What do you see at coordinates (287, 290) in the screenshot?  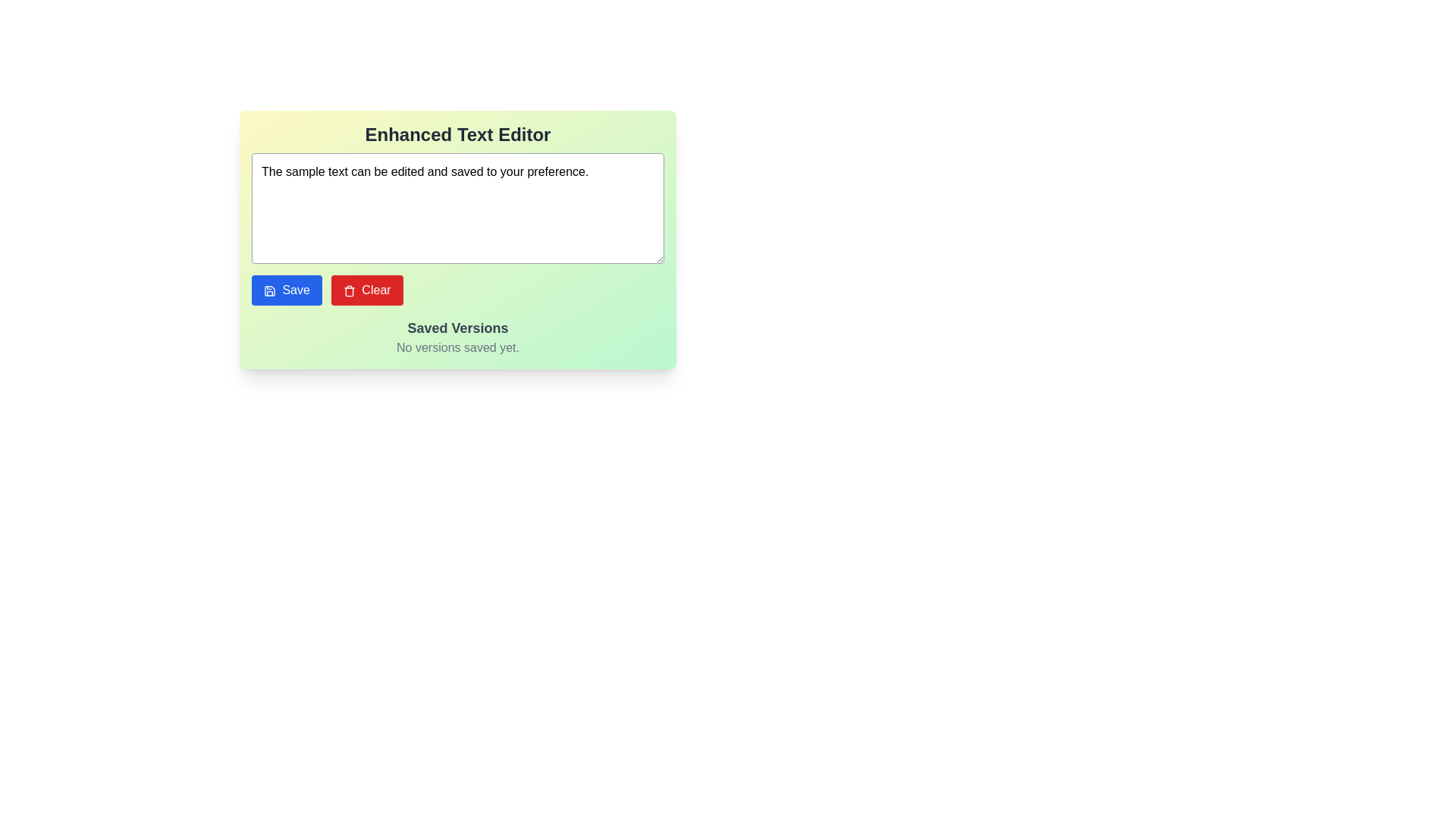 I see `the 'Save' button located below the text area in the centered card component` at bounding box center [287, 290].